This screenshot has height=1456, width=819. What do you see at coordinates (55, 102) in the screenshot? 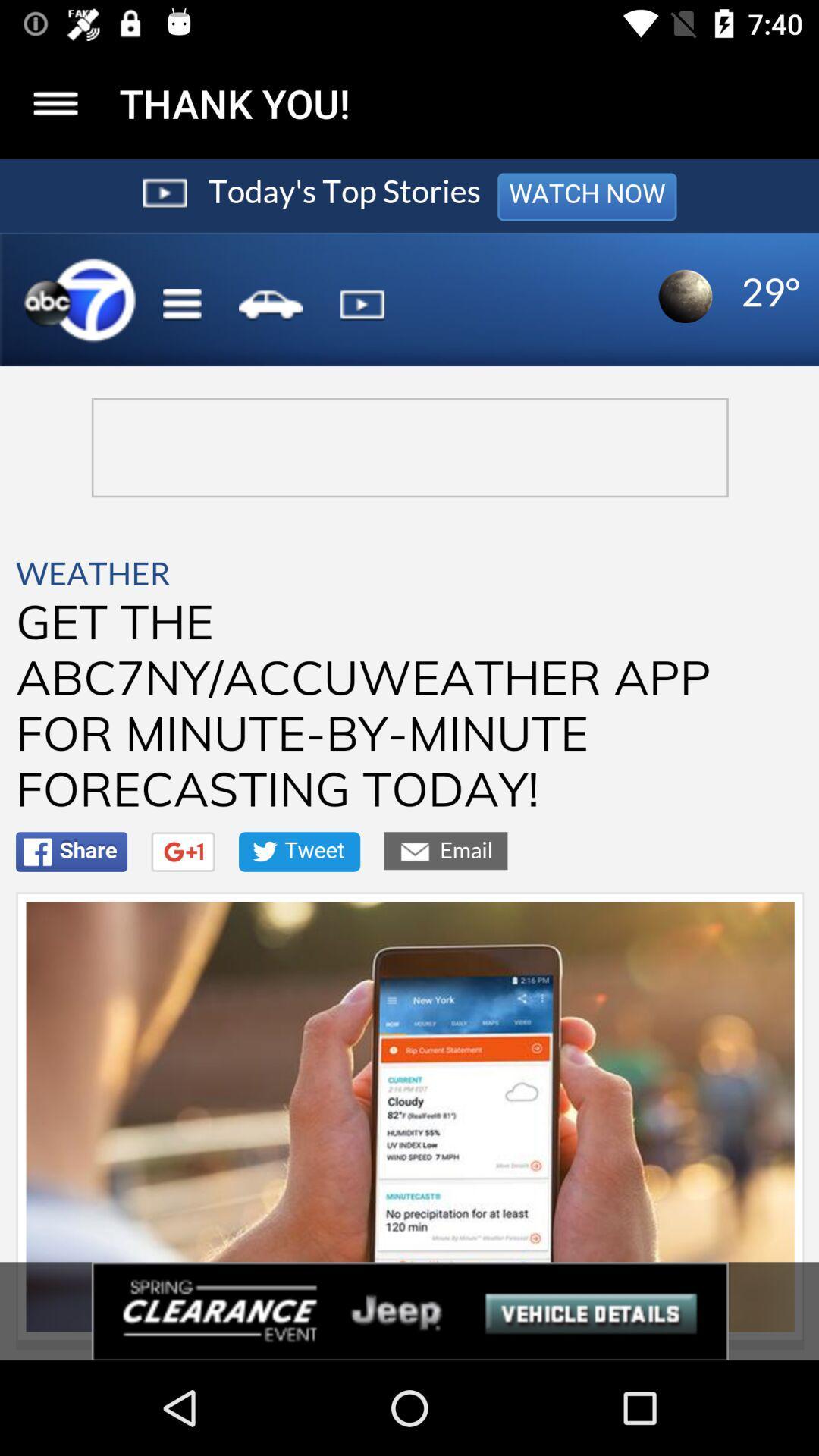
I see `the menu icon` at bounding box center [55, 102].